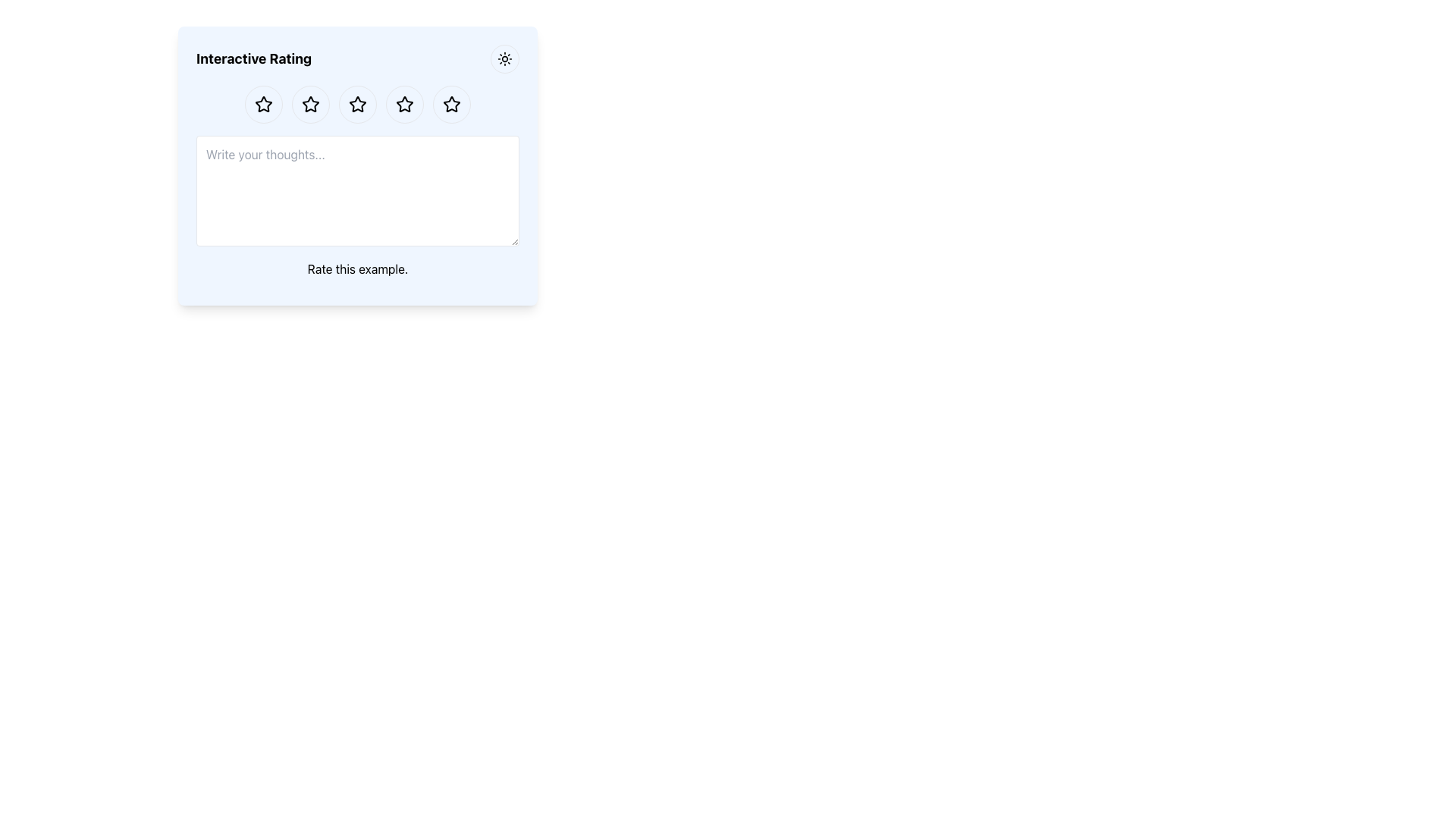 The width and height of the screenshot is (1456, 819). I want to click on the third star rating icon in the series of five, so click(356, 103).